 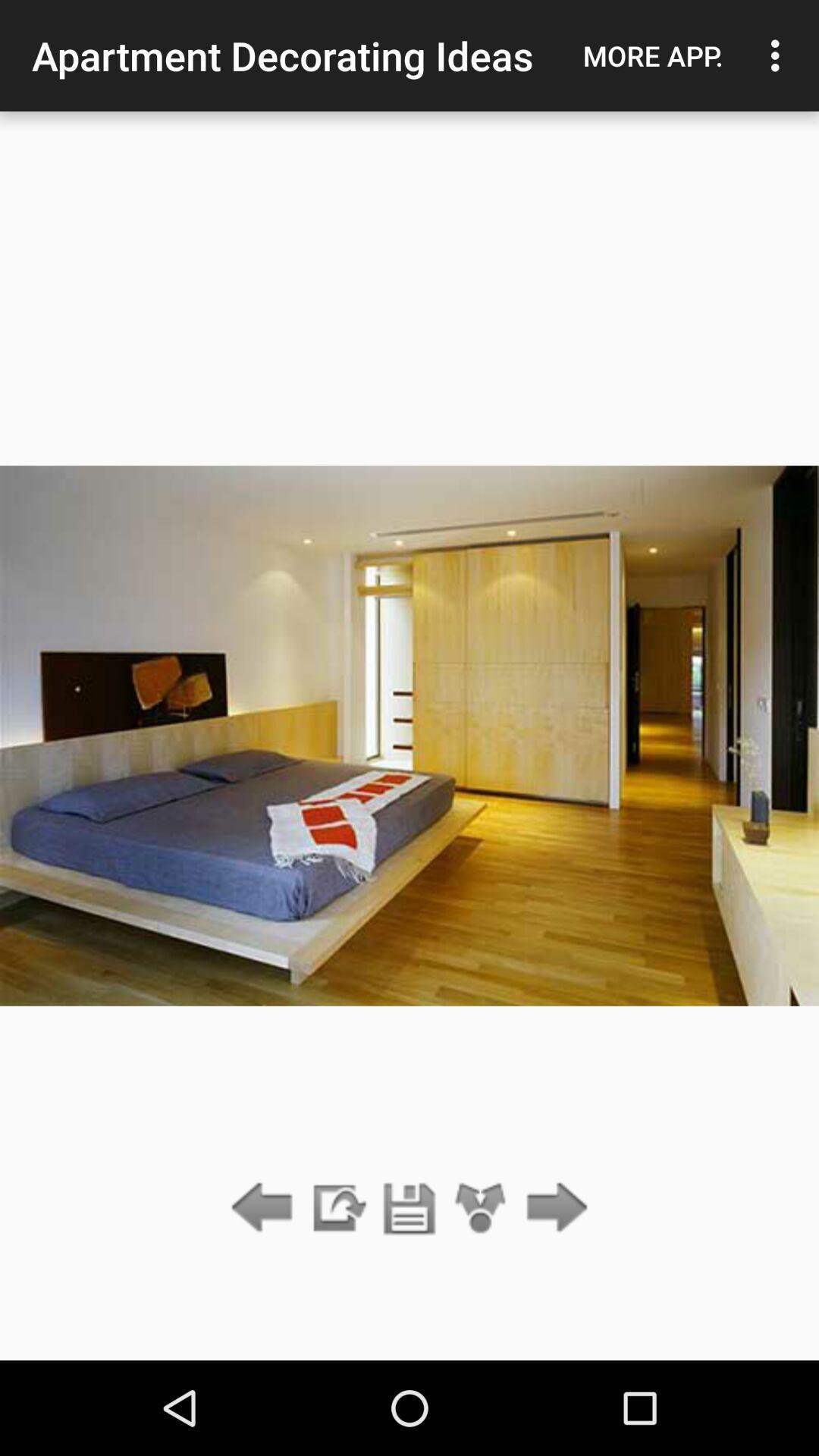 I want to click on the arrow_backward icon, so click(x=265, y=1208).